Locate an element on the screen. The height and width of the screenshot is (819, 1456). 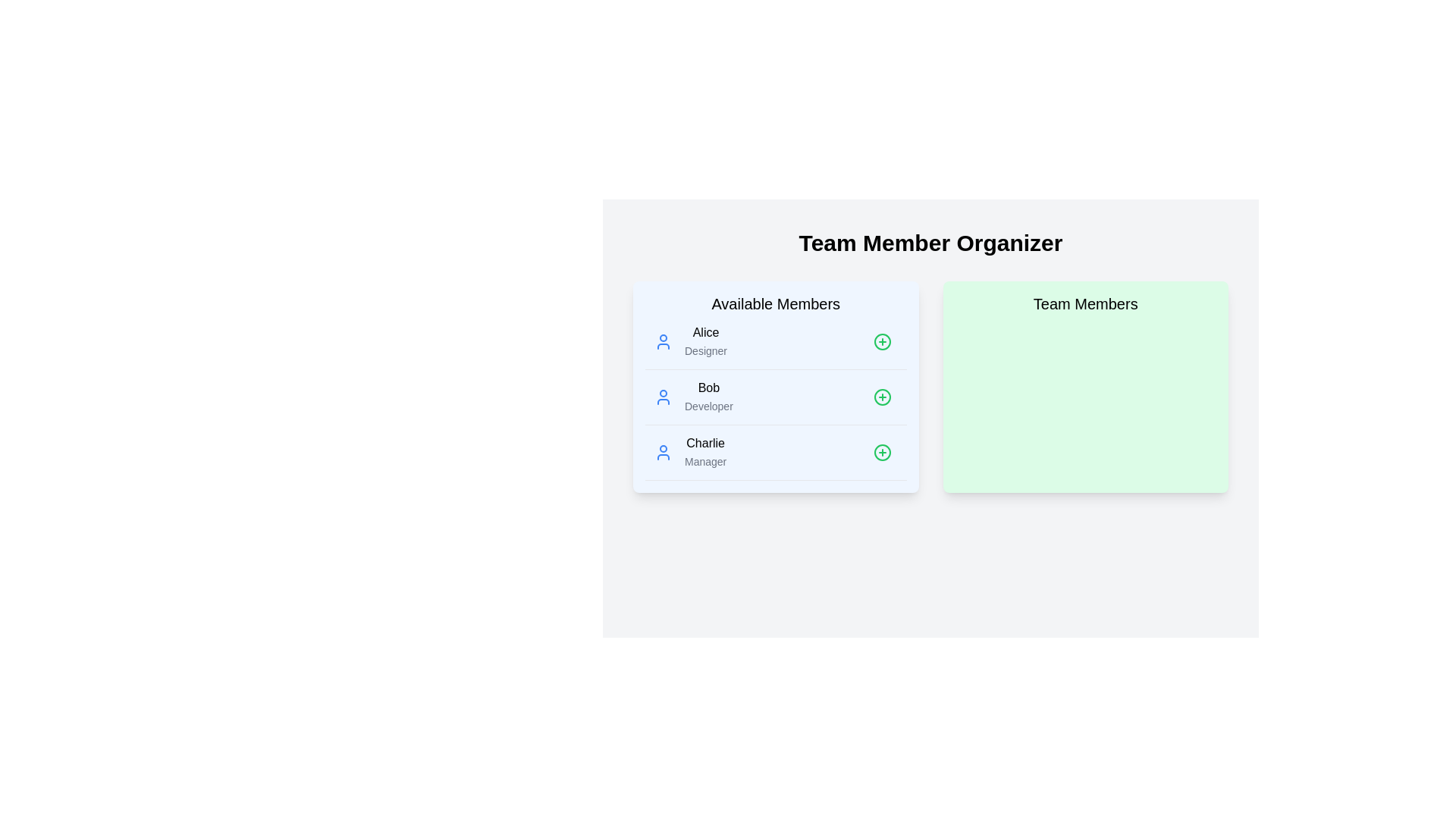
the Add Button located to the right of the 'Charlie' user card entry in the 'Available Members' section is located at coordinates (882, 452).